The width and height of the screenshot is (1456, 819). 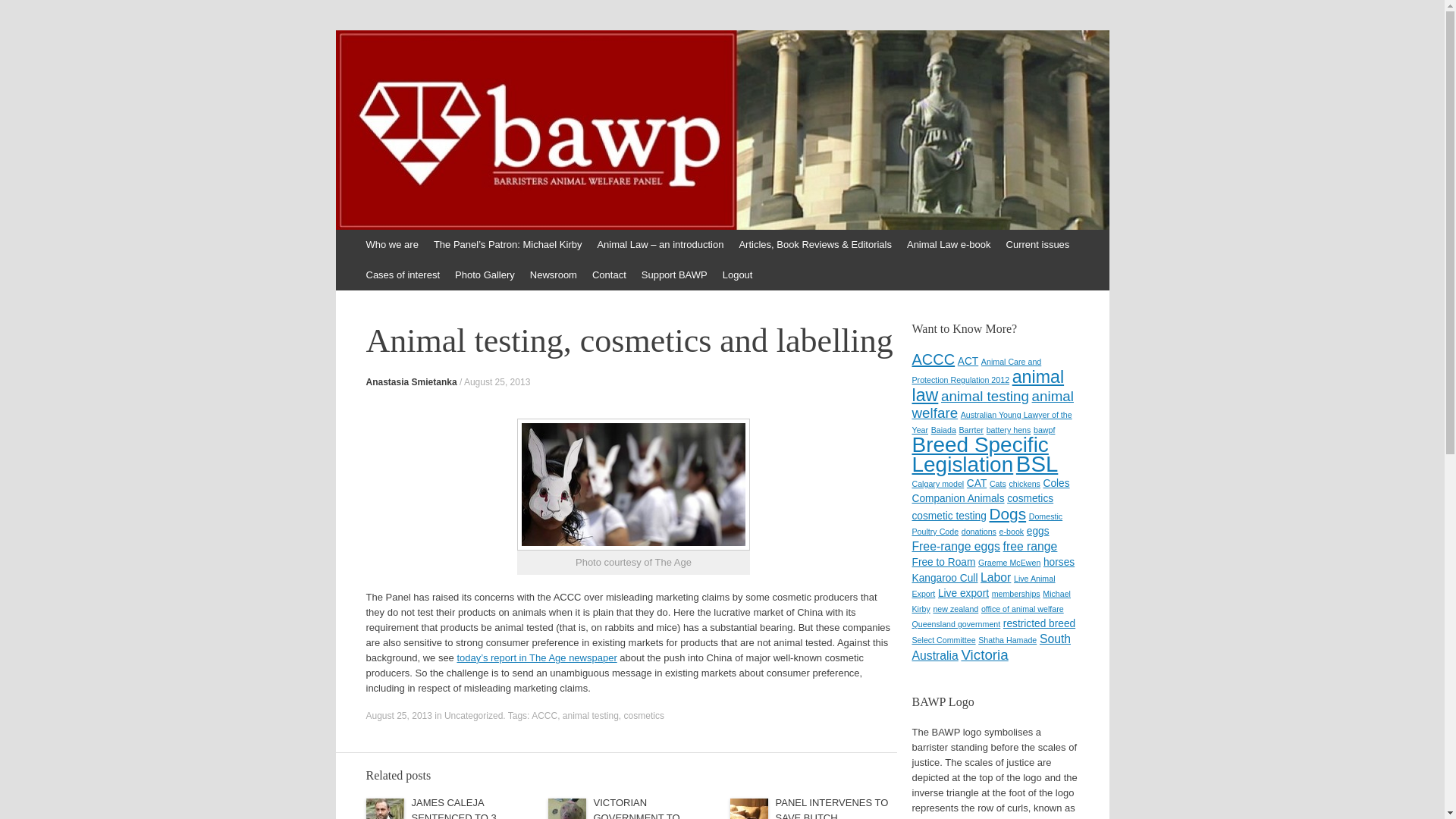 What do you see at coordinates (910, 578) in the screenshot?
I see `'Kangaroo Cull'` at bounding box center [910, 578].